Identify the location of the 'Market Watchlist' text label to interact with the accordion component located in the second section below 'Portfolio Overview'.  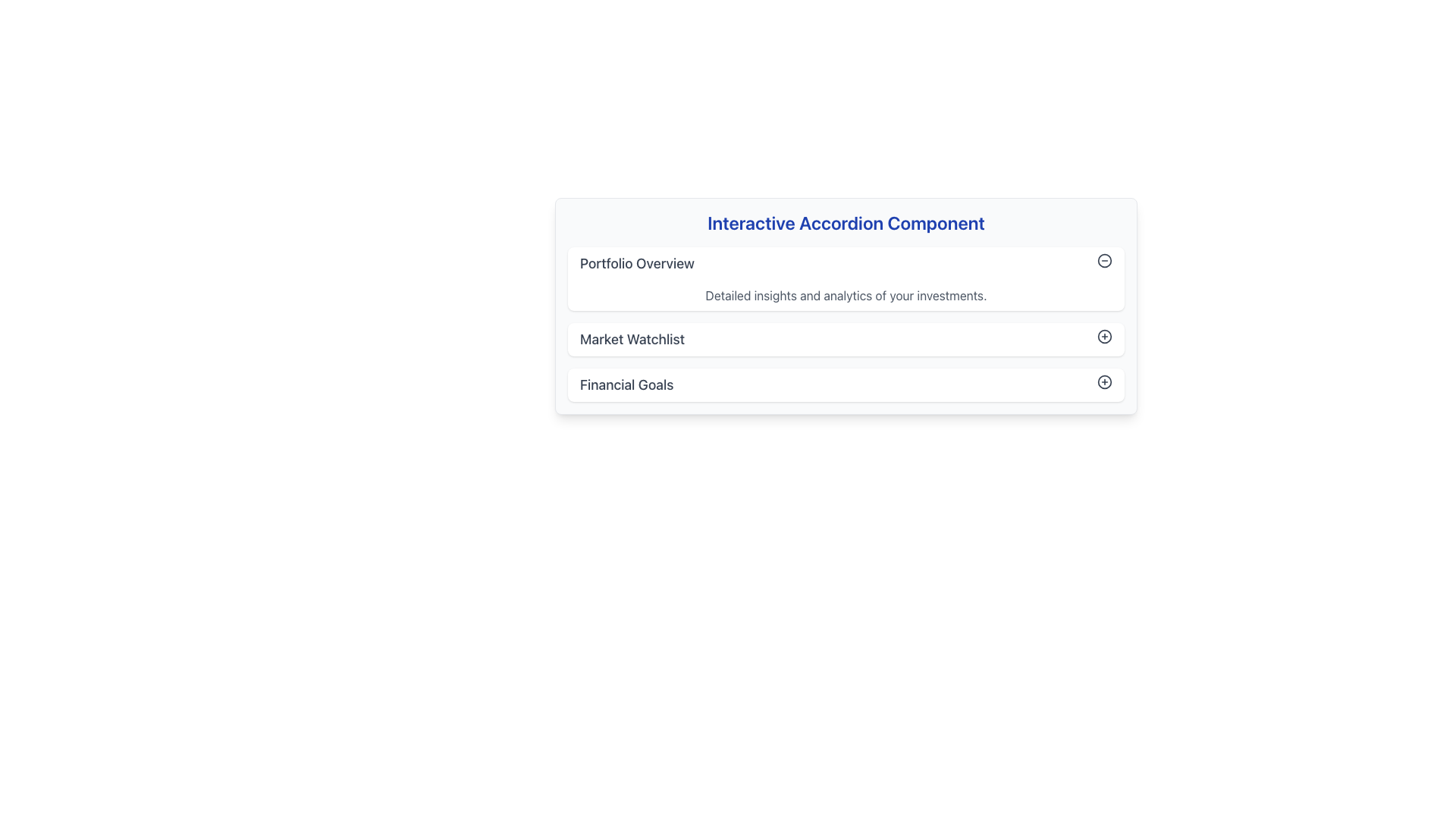
(632, 338).